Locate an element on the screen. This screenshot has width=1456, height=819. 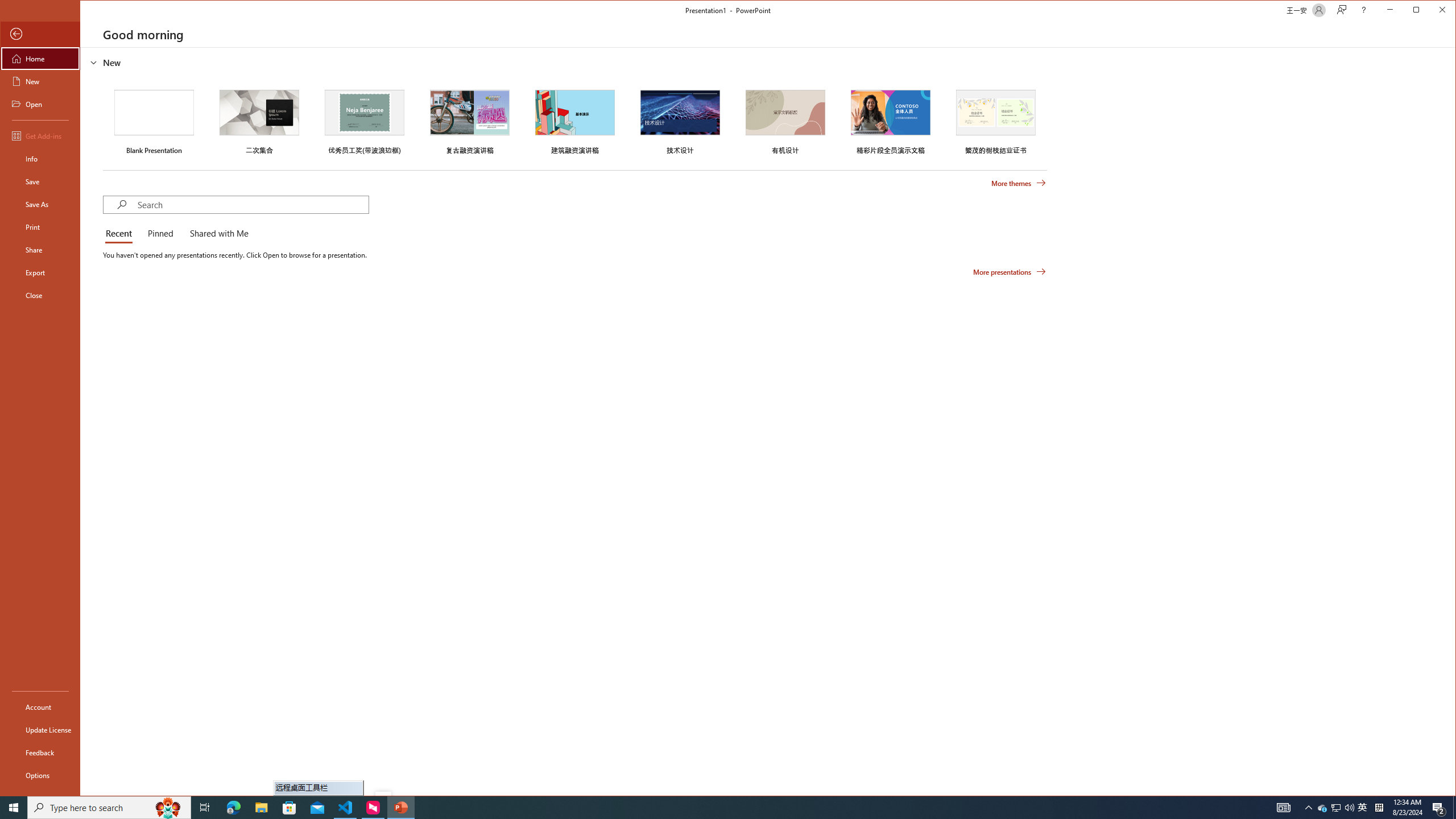
'Feedback' is located at coordinates (39, 752).